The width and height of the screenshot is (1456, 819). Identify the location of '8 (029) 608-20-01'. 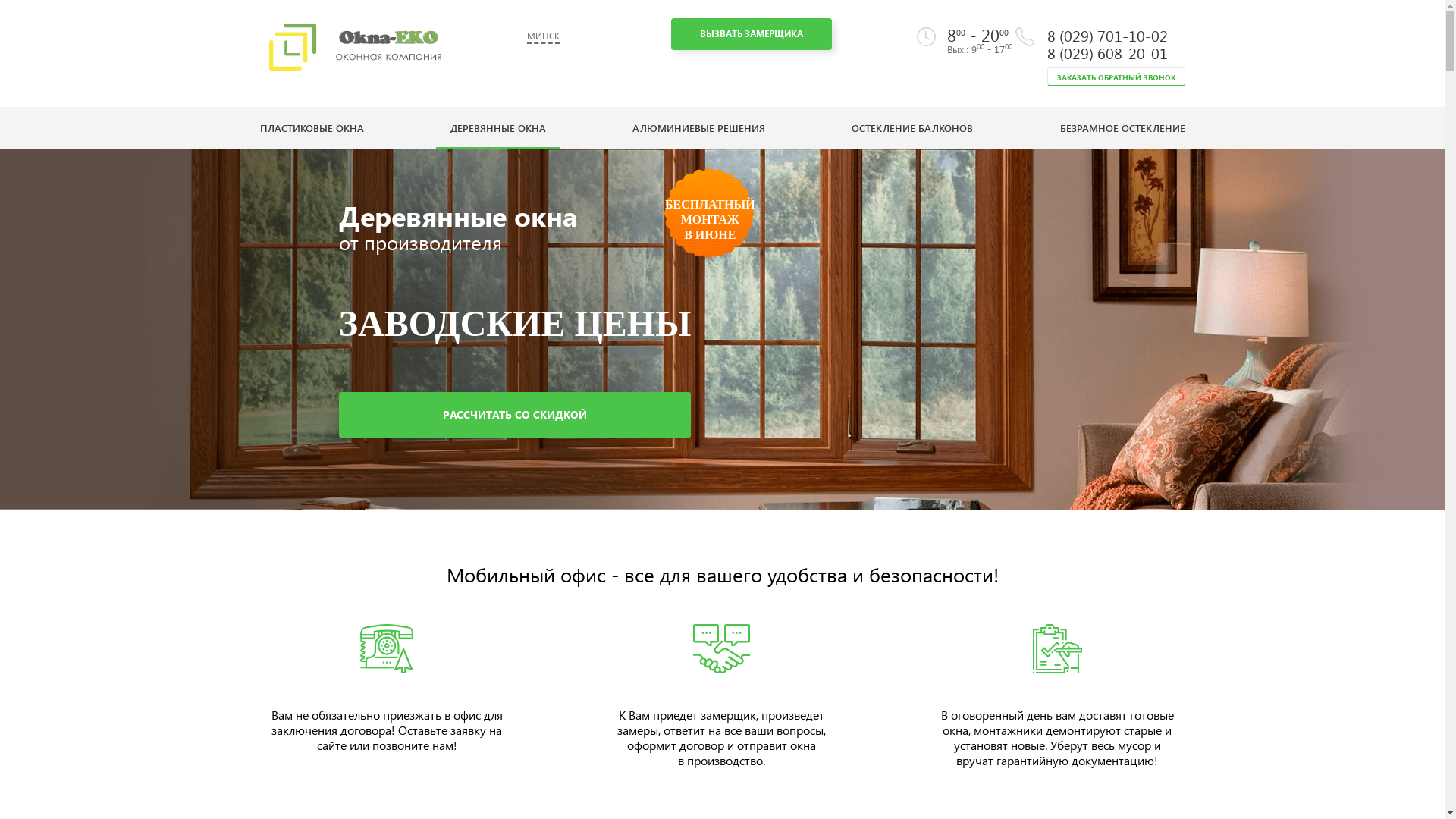
(1046, 52).